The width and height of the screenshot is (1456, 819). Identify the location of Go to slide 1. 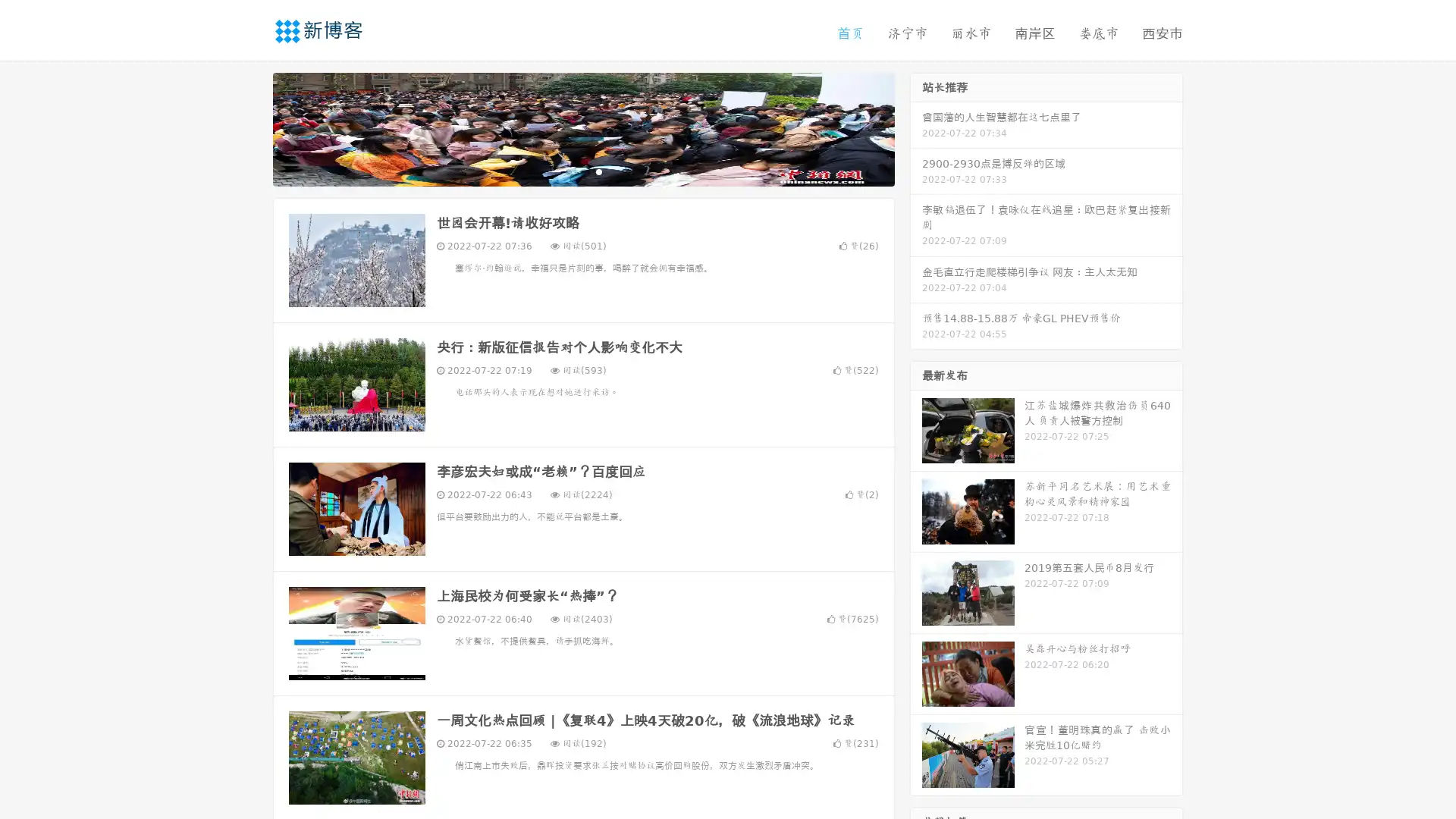
(567, 171).